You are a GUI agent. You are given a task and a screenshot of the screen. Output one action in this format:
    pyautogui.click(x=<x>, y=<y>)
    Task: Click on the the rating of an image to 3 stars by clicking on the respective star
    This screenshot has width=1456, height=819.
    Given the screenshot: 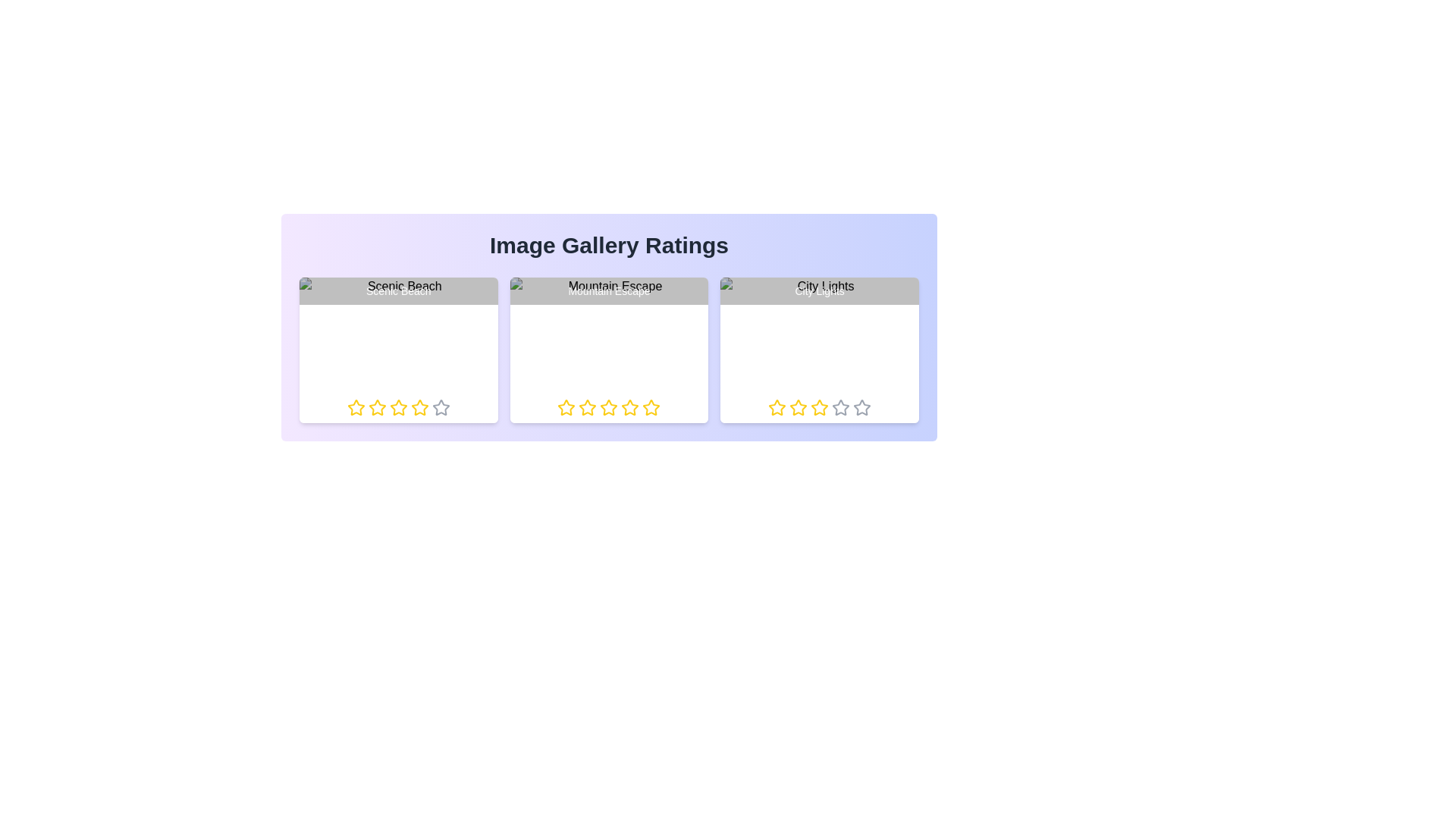 What is the action you would take?
    pyautogui.click(x=398, y=406)
    